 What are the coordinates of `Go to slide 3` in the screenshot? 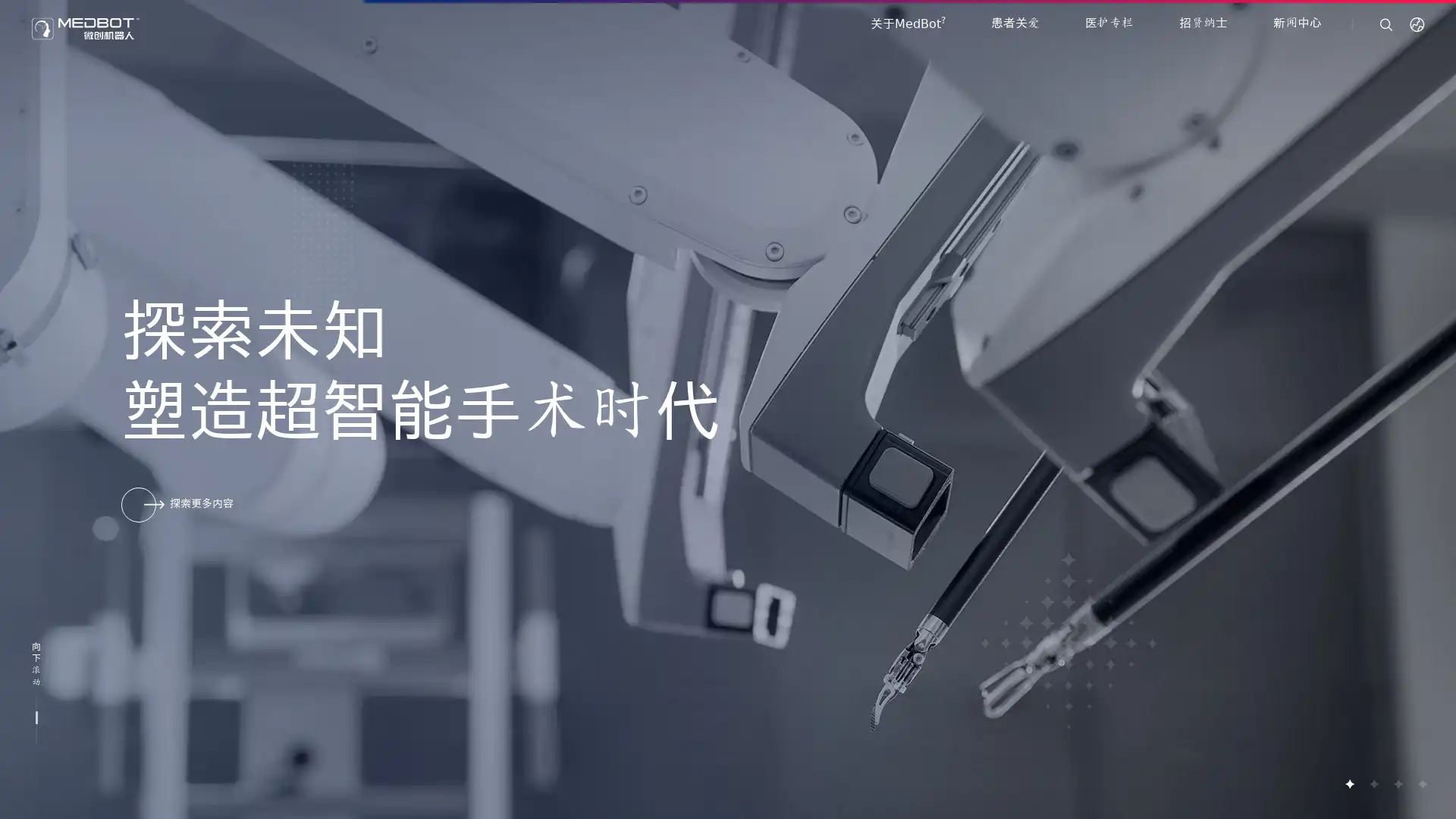 It's located at (1397, 783).